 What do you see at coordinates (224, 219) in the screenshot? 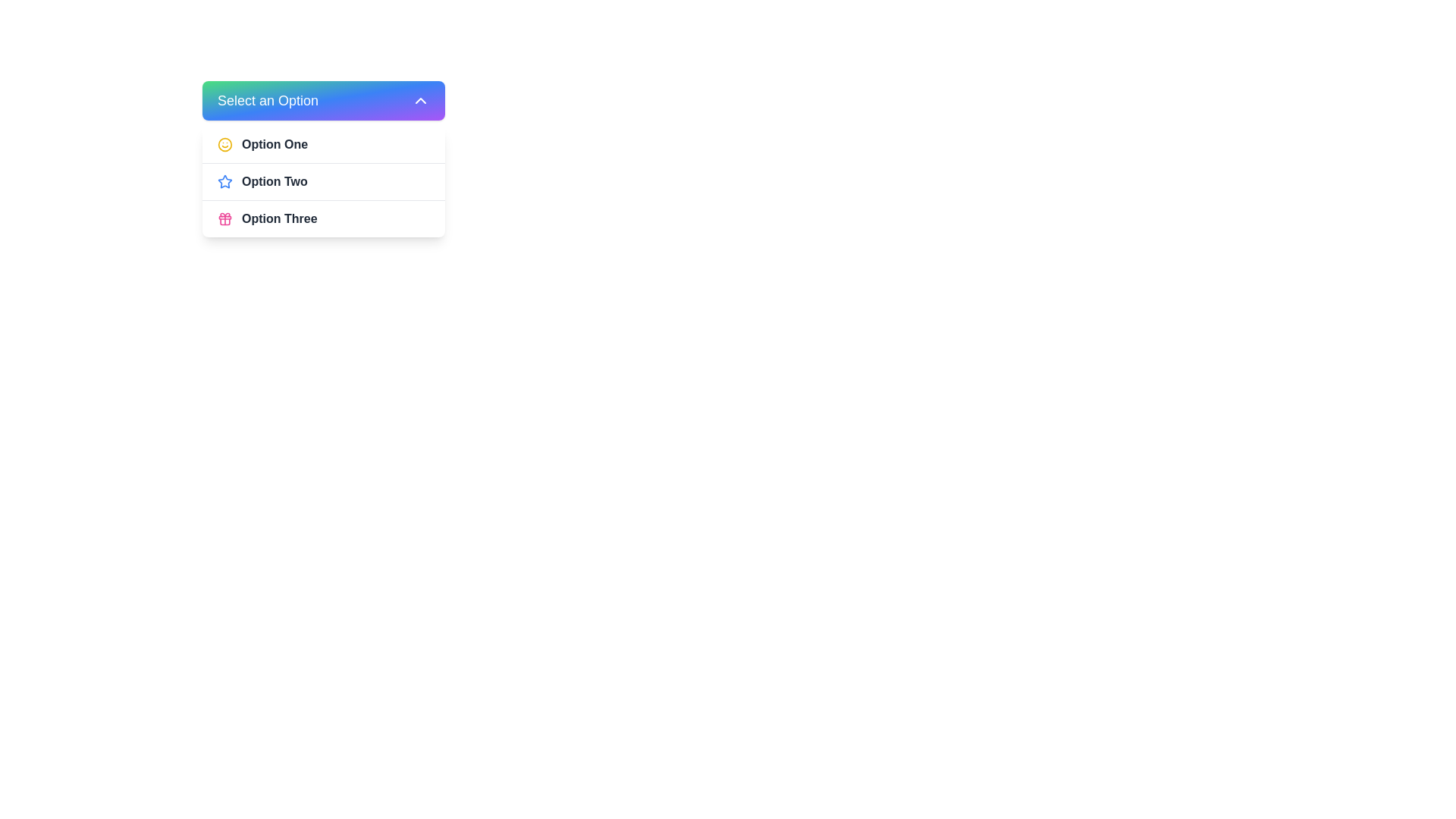
I see `the small, pink, gift-shaped icon with a bow on top located in the bottom-most entry of the dropdown list labeled 'Select an Option', which is positioned to the left of the text 'Option Three'` at bounding box center [224, 219].